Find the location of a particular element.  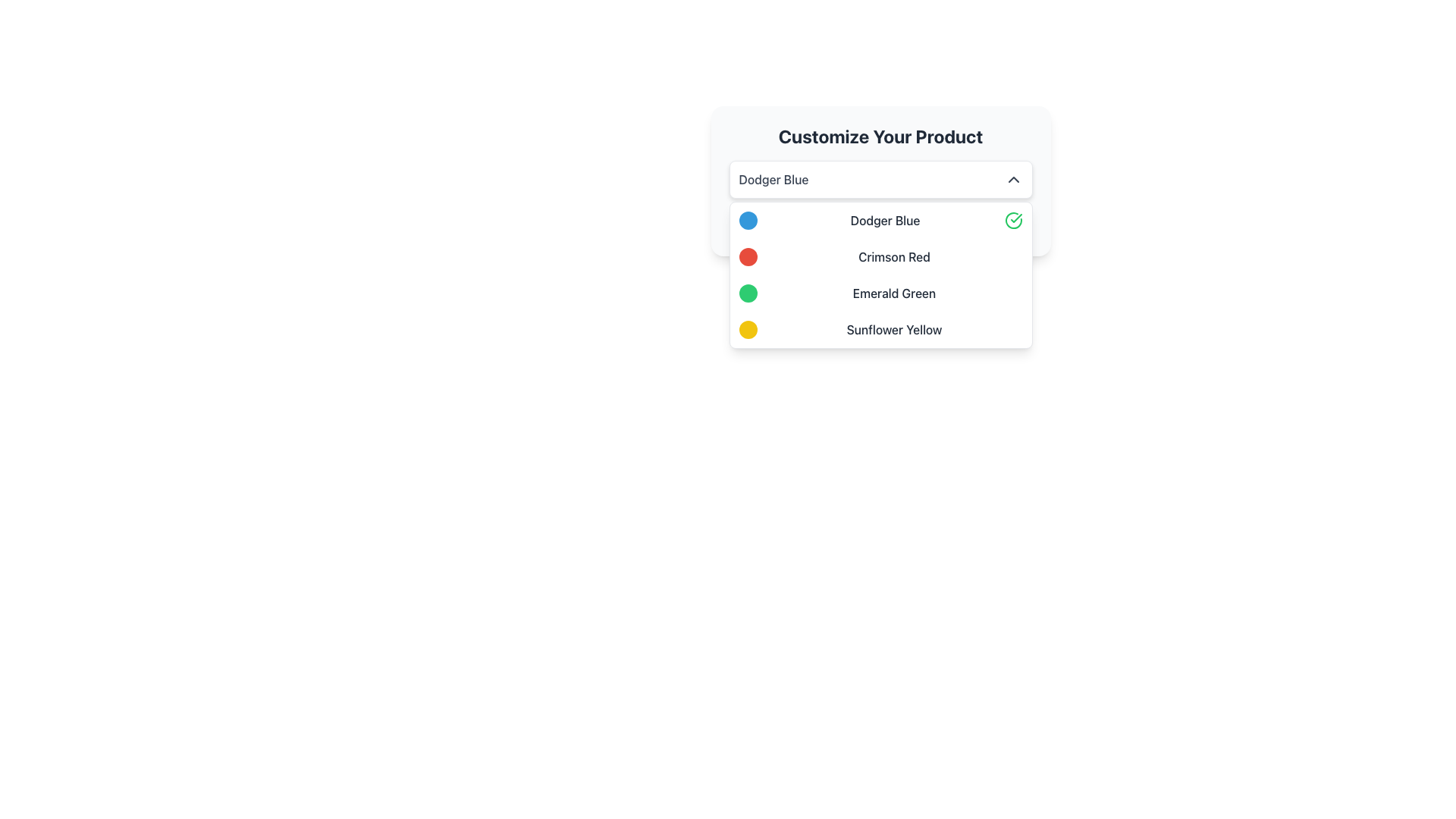

to select the 'Sunflower Yellow' option from the dropdown menu, which features a circular yellow icon on the left and the text 'Sunflower Yellow' on the right is located at coordinates (880, 329).